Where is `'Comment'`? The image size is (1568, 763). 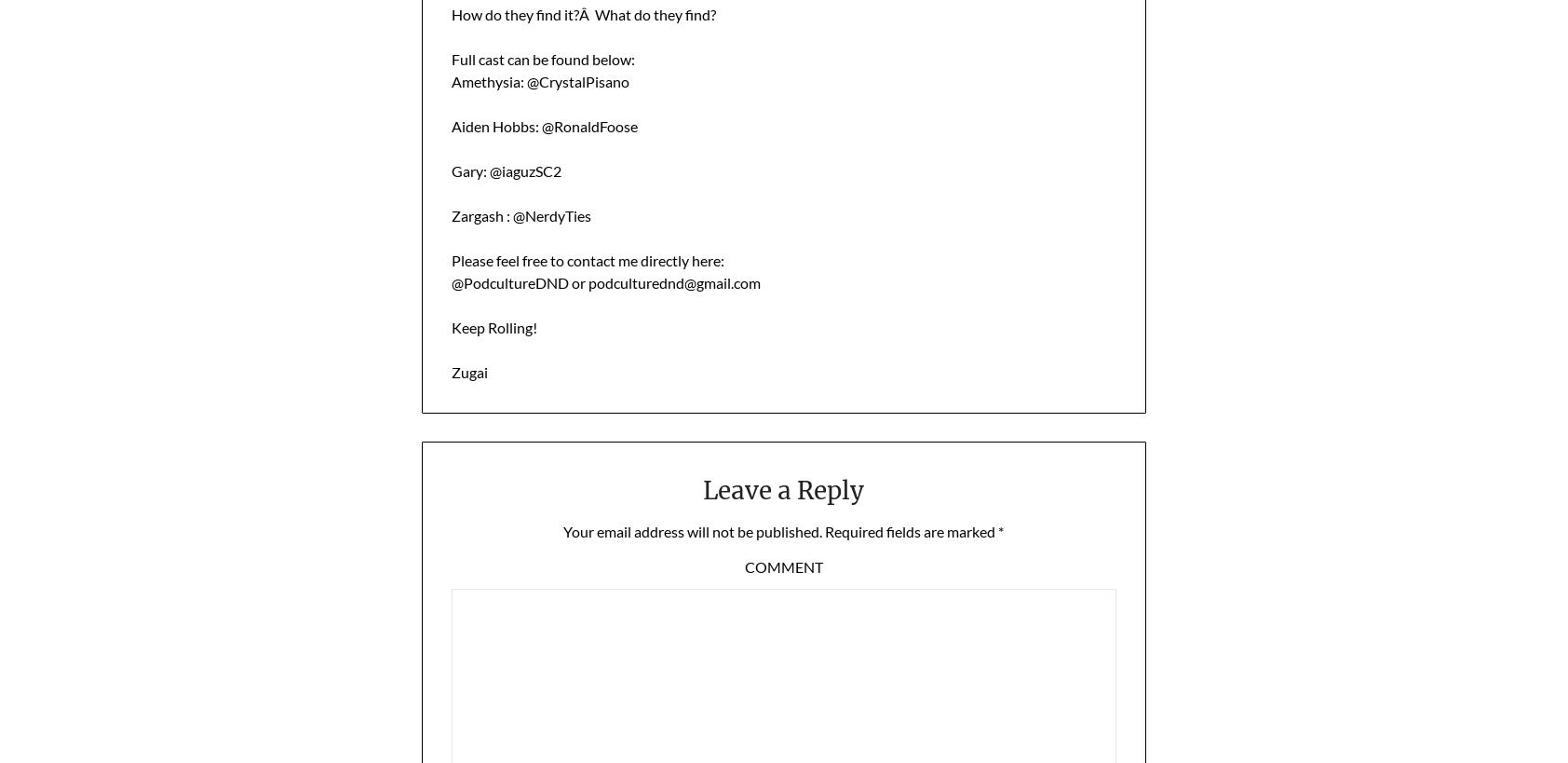
'Comment' is located at coordinates (782, 565).